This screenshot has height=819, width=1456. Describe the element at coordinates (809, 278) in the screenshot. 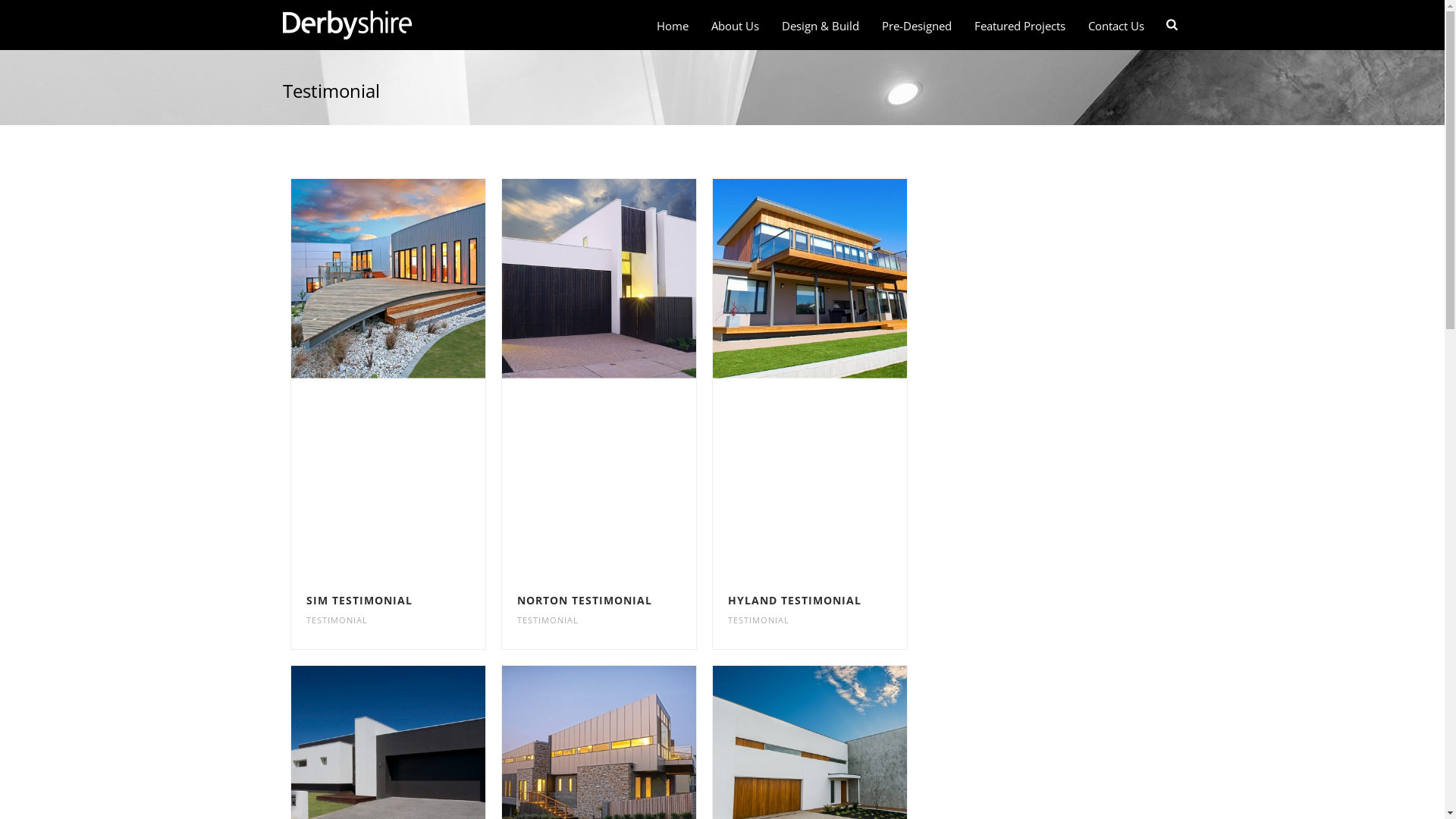

I see `'Hyland Testimonial'` at that location.